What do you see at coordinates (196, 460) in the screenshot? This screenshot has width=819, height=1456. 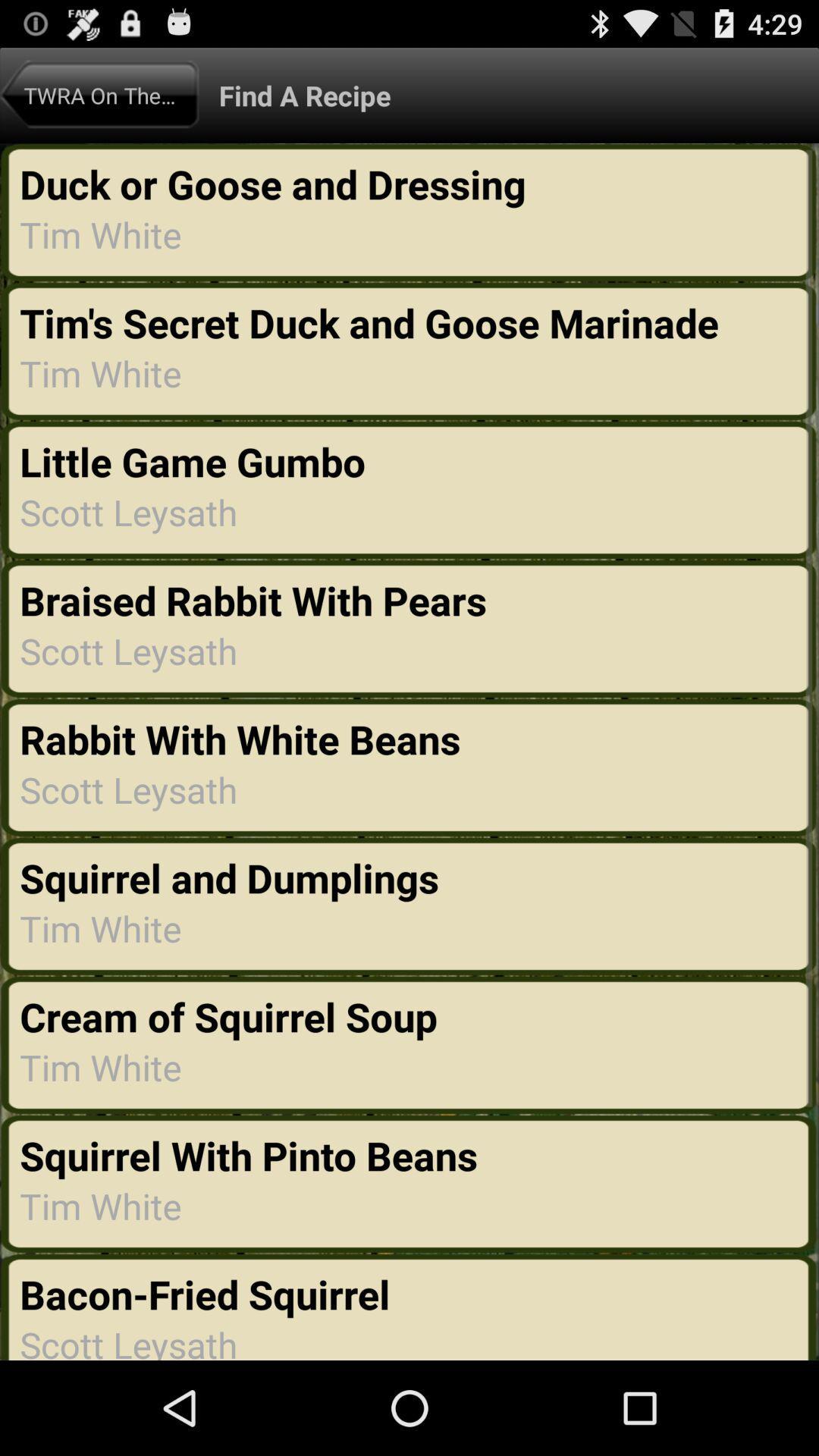 I see `item below tim white` at bounding box center [196, 460].